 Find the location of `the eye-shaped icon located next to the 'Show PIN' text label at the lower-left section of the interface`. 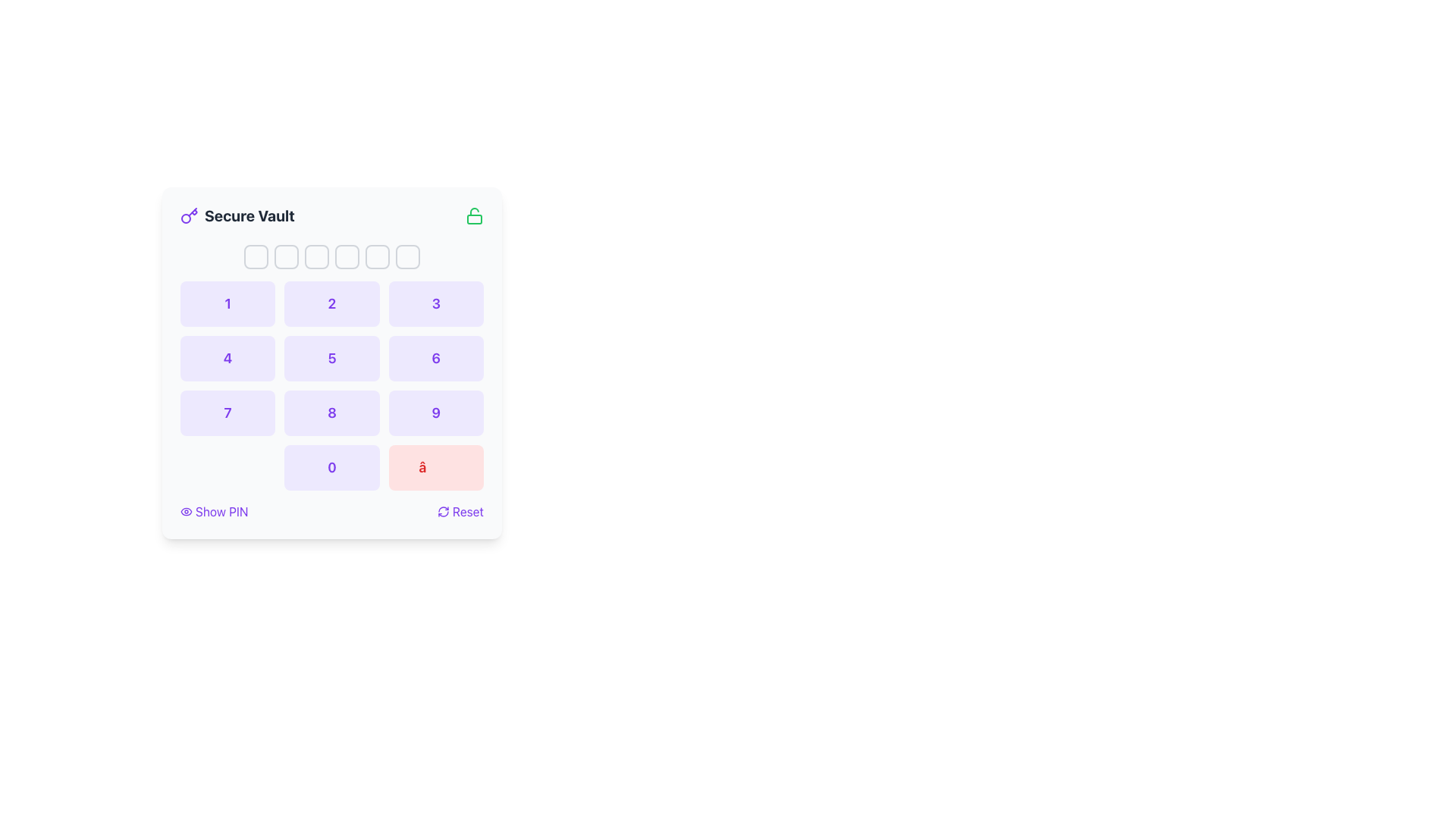

the eye-shaped icon located next to the 'Show PIN' text label at the lower-left section of the interface is located at coordinates (185, 512).